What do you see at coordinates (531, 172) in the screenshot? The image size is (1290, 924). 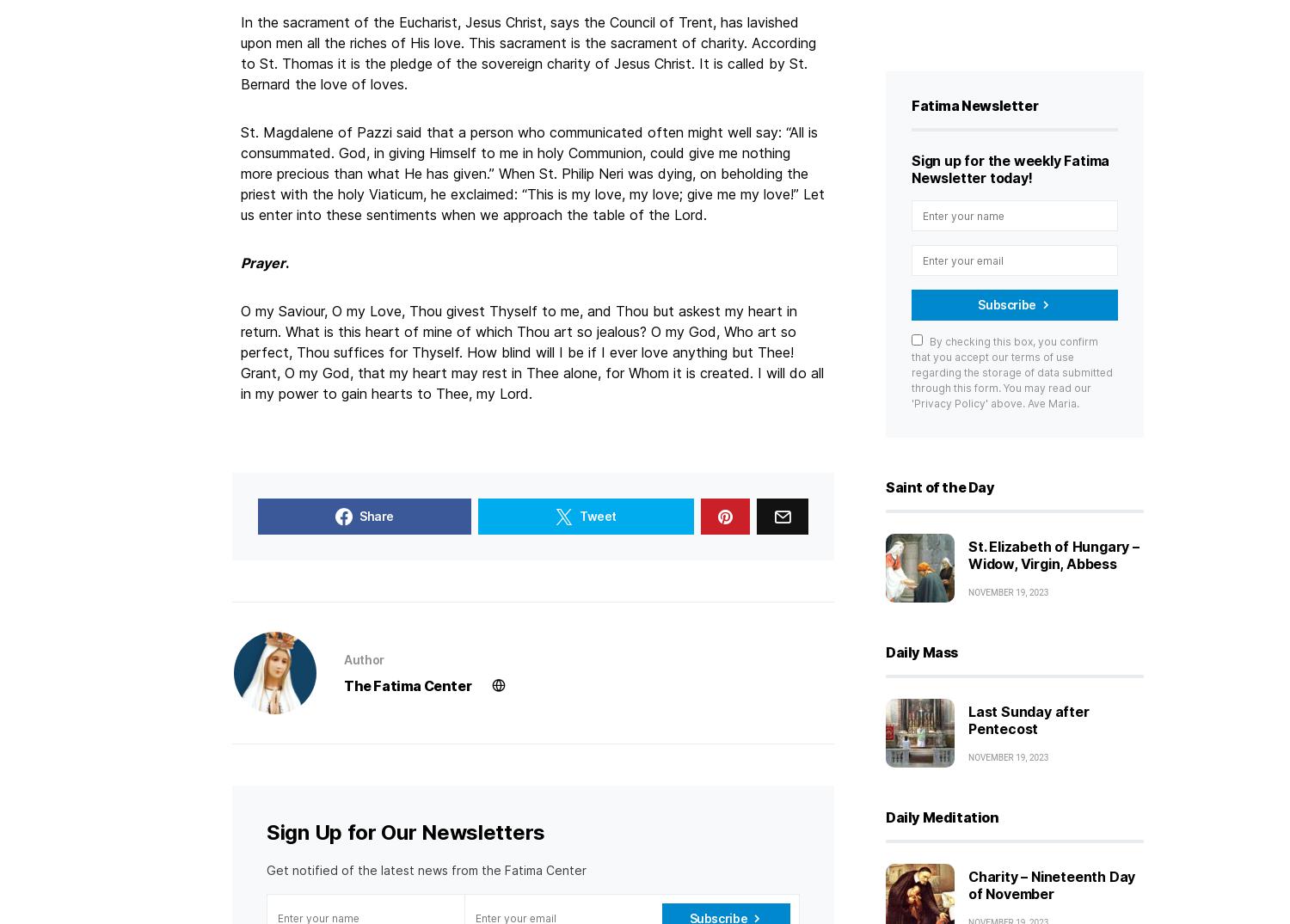 I see `'St. Magdalene of Pazzi said that a person who communicated often might well say: “All is consummated. God, in giving Himself to me in holy Communion, could give me nothing more precious than what He has given.” When St. Philip Neri was dying, on beholding the priest with the holy Viaticum, he exclaimed: “This is my love, my love; give me my love!” Let us enter into these sentiments when we approach the table of the Lord.'` at bounding box center [531, 172].